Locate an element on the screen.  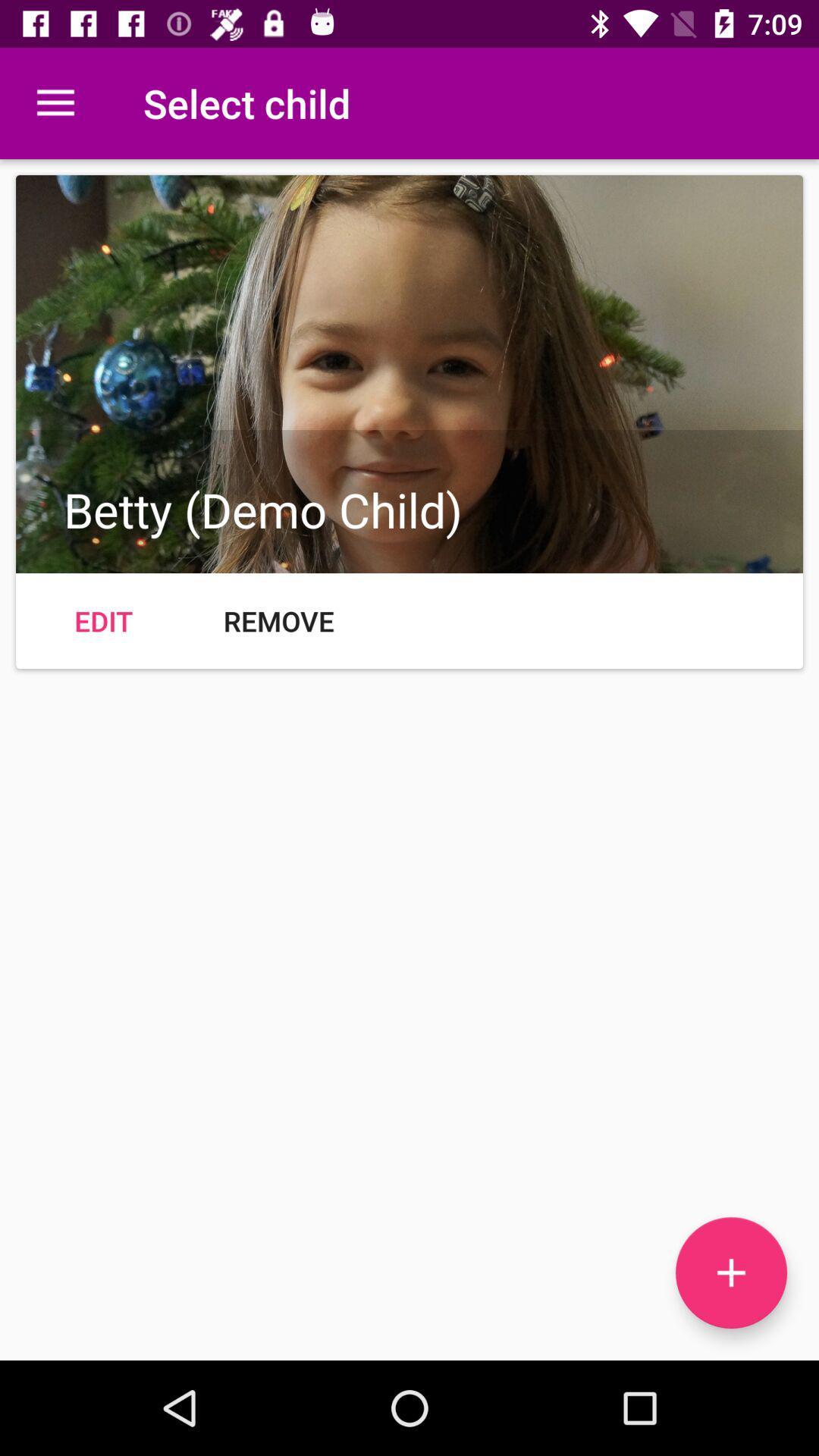
photo option is located at coordinates (730, 1272).